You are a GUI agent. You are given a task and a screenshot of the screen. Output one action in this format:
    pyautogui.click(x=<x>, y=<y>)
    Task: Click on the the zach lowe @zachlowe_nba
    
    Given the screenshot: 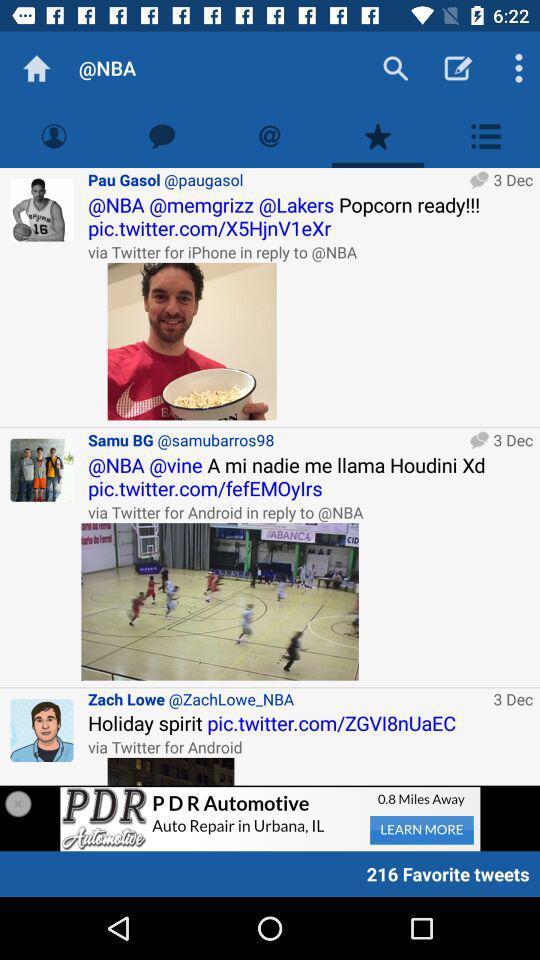 What is the action you would take?
    pyautogui.click(x=286, y=699)
    